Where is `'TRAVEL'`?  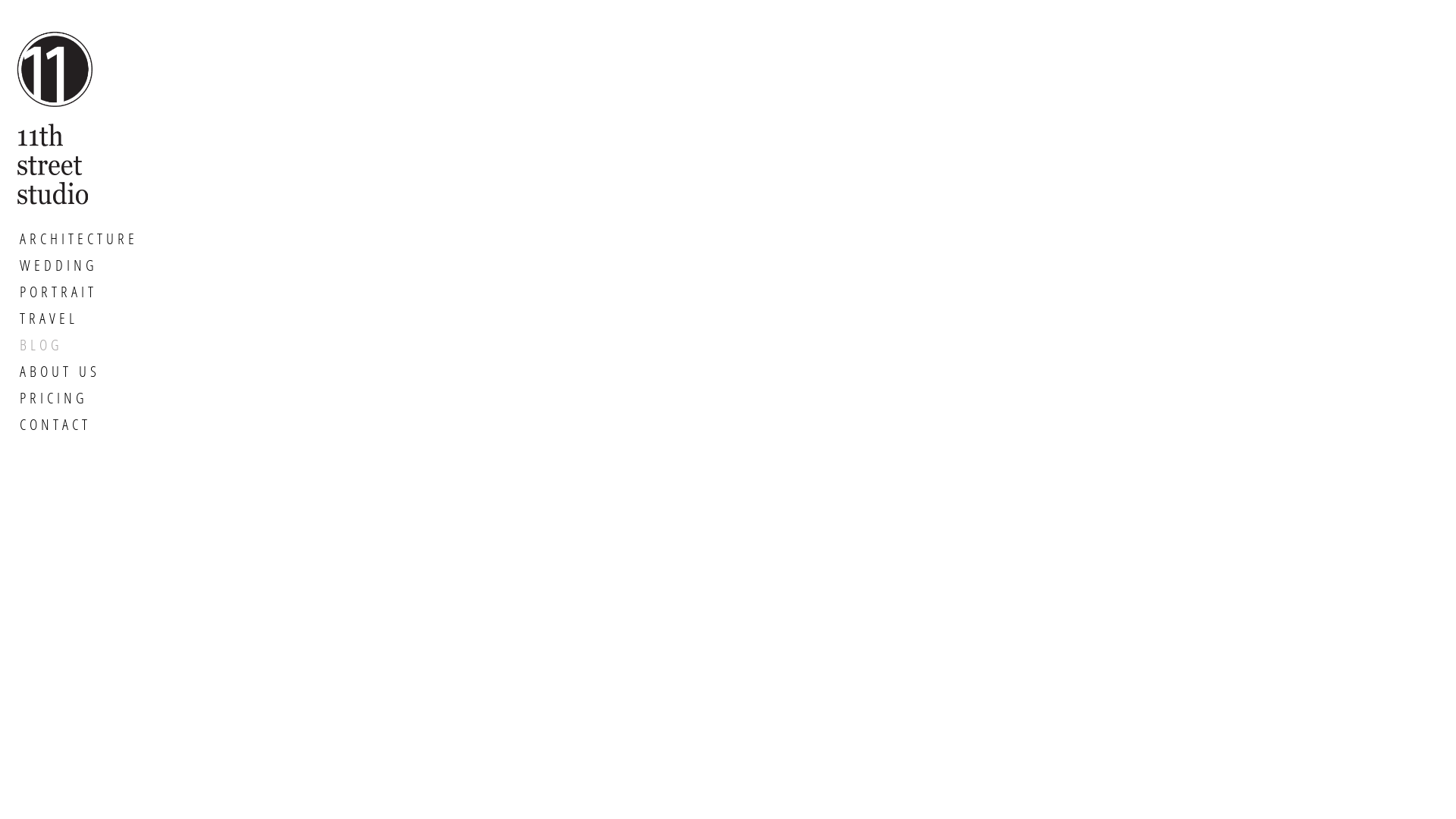 'TRAVEL' is located at coordinates (78, 318).